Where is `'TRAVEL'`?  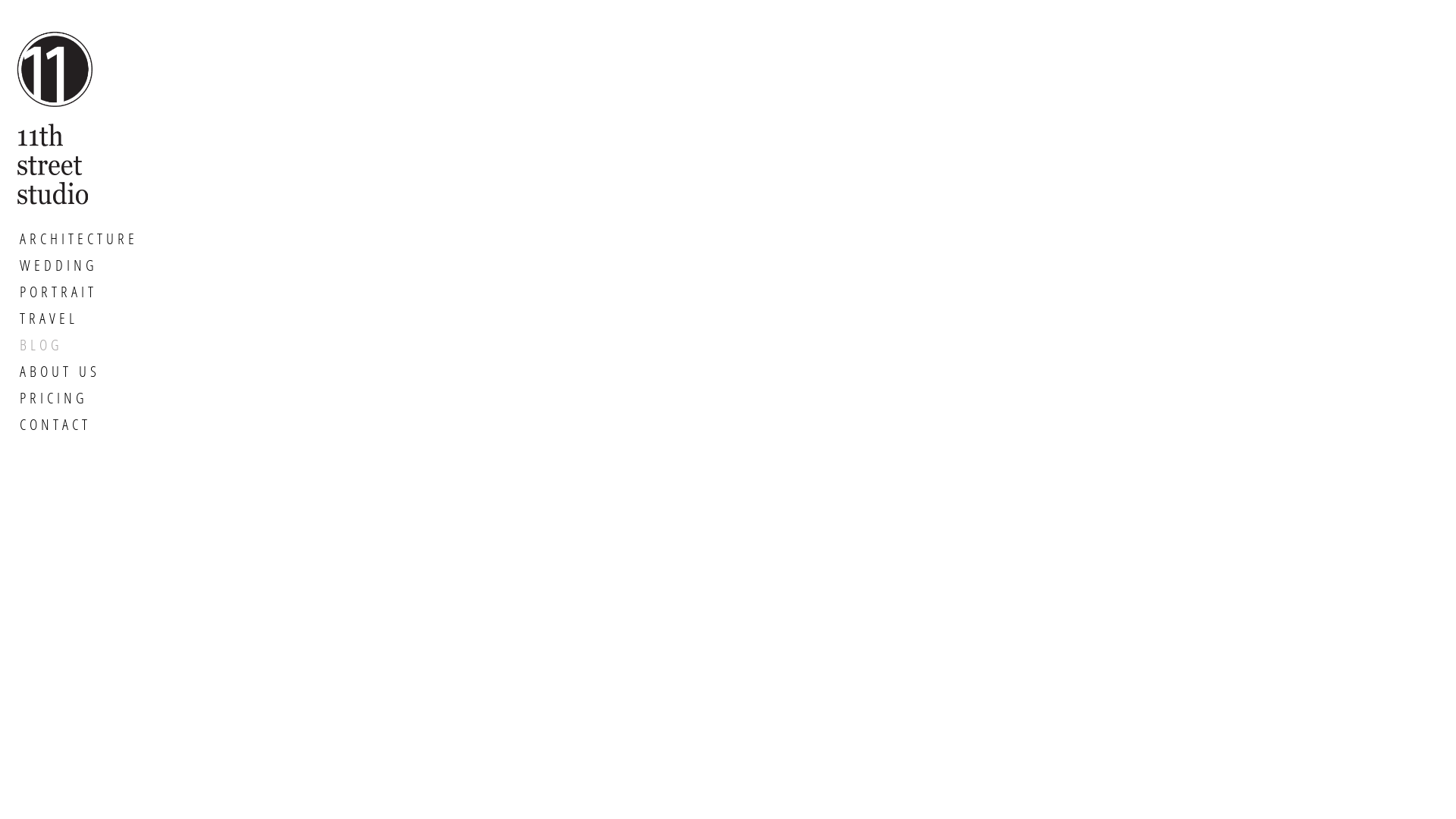 'TRAVEL' is located at coordinates (78, 318).